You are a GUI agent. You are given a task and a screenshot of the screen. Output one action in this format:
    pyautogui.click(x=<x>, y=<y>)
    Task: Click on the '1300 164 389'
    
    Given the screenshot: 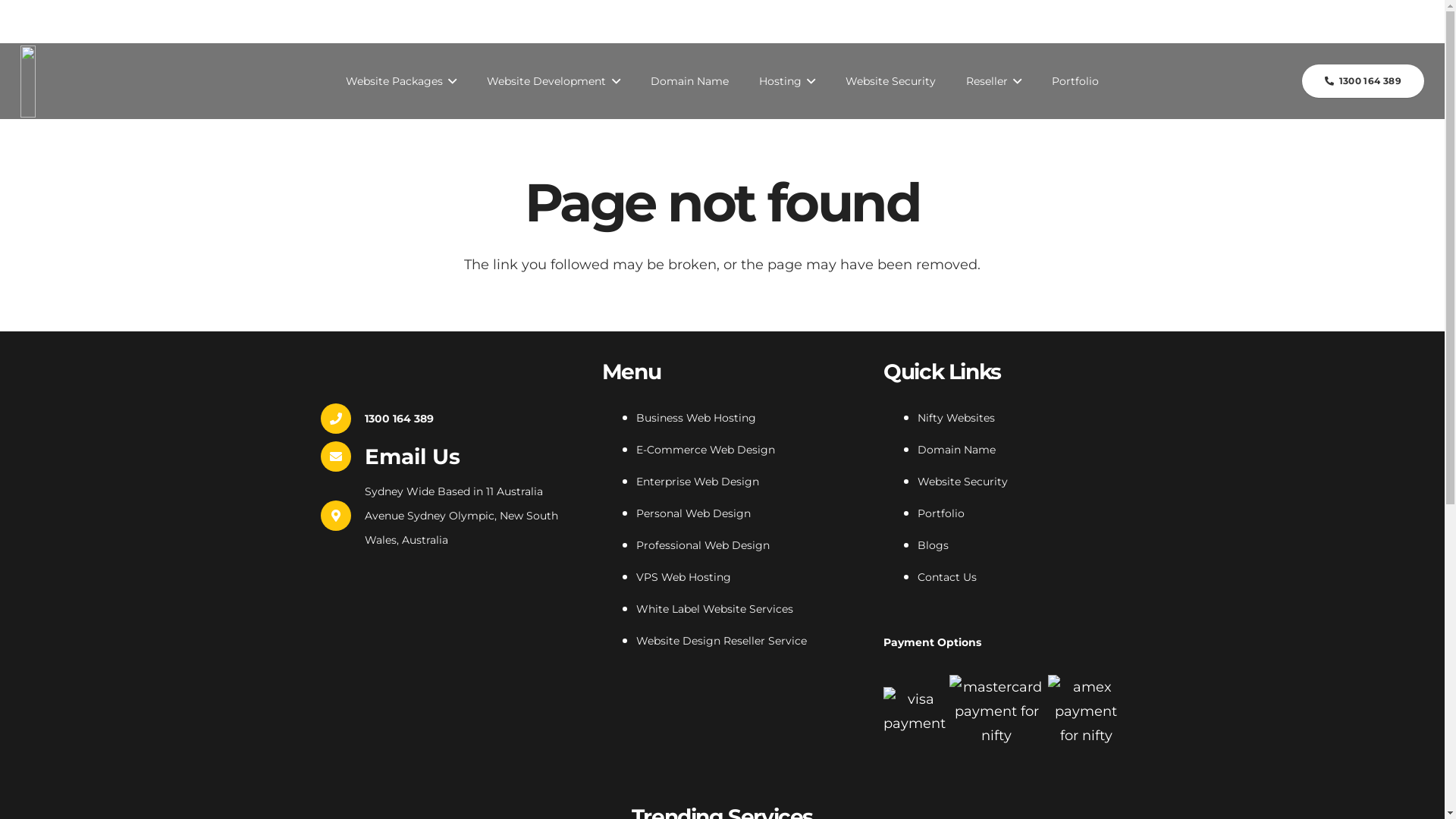 What is the action you would take?
    pyautogui.click(x=399, y=418)
    